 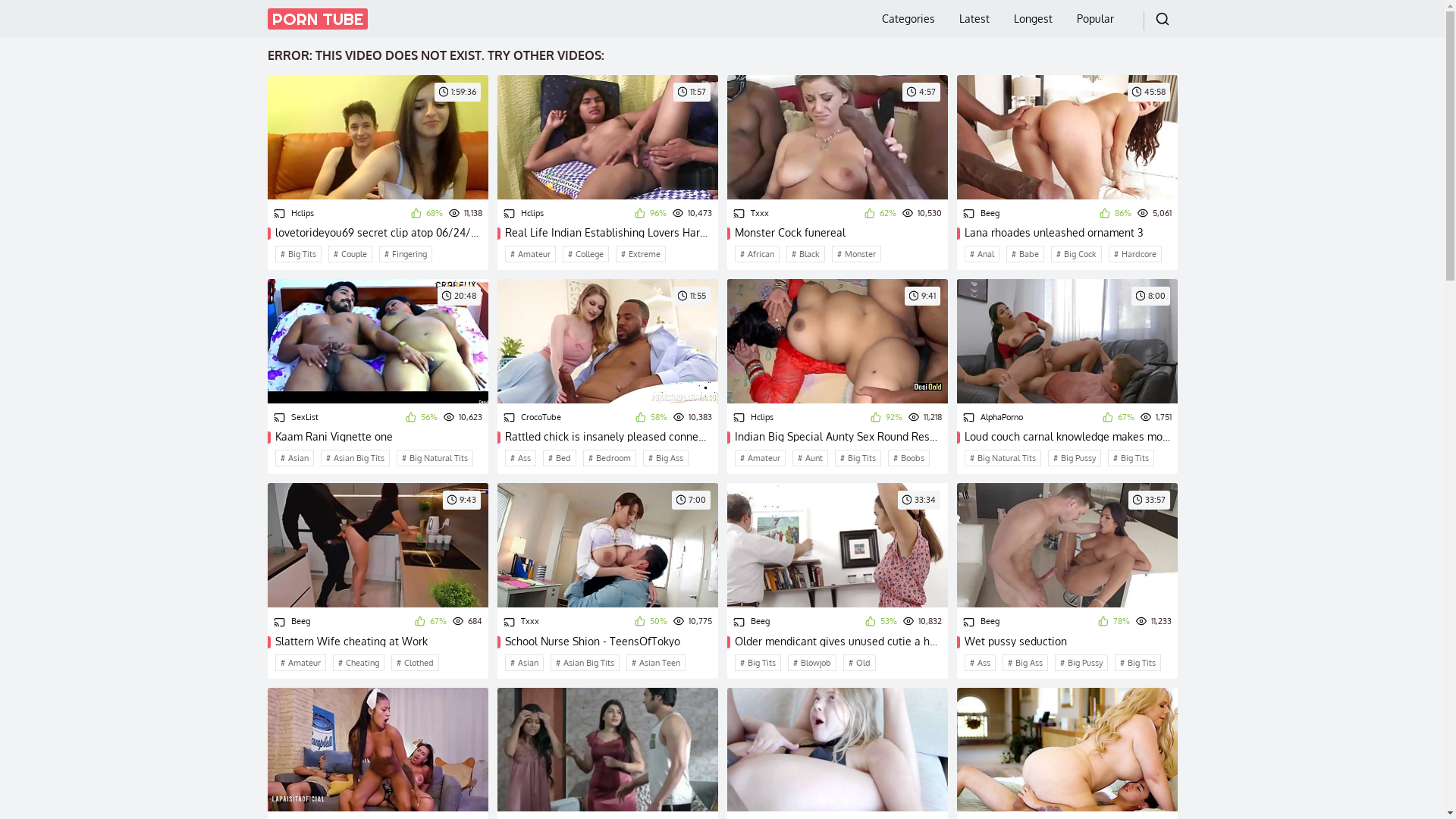 I want to click on 'African', so click(x=756, y=253).